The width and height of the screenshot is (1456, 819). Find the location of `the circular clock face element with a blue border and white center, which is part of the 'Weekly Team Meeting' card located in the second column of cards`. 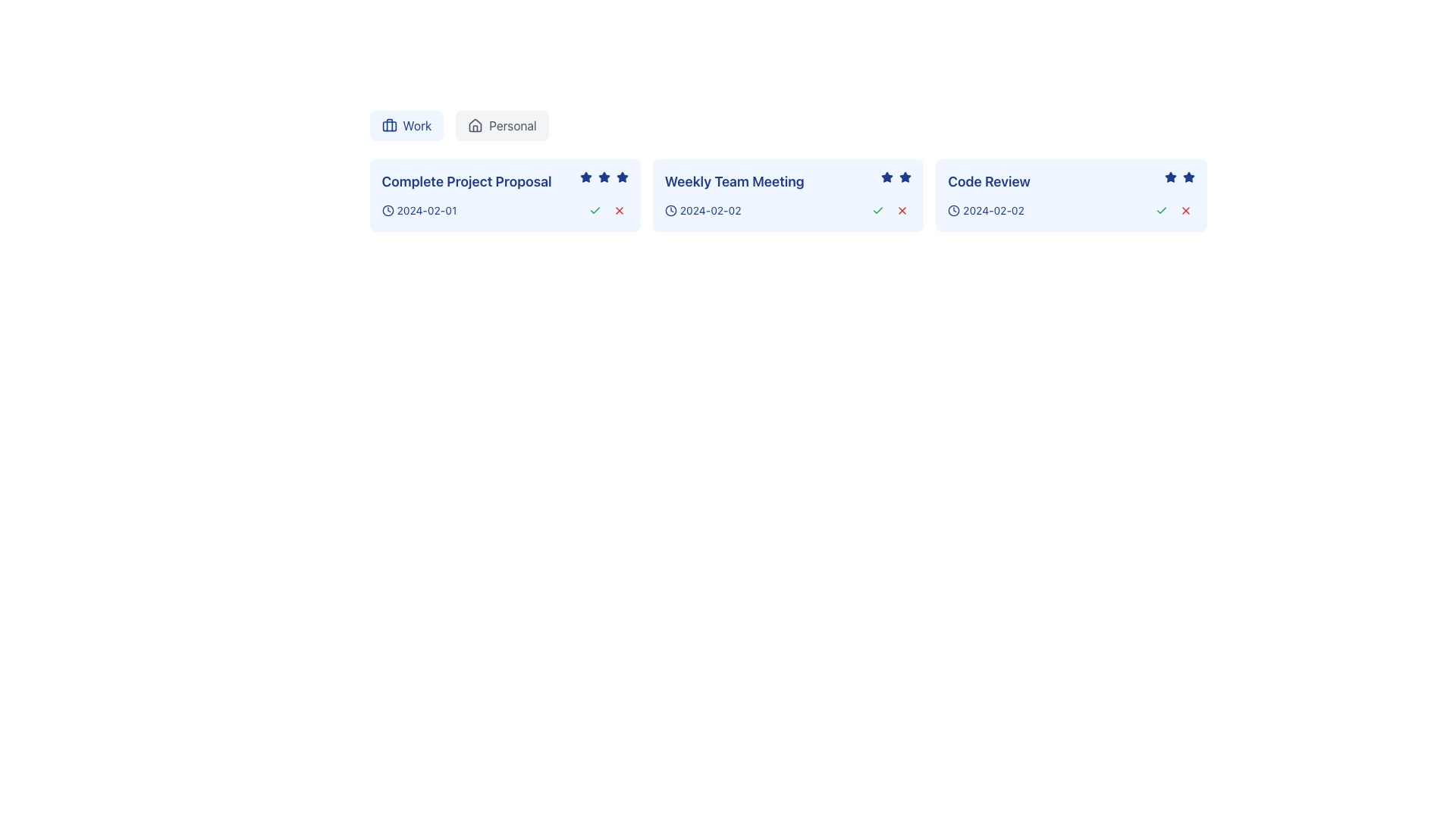

the circular clock face element with a blue border and white center, which is part of the 'Weekly Team Meeting' card located in the second column of cards is located at coordinates (670, 210).